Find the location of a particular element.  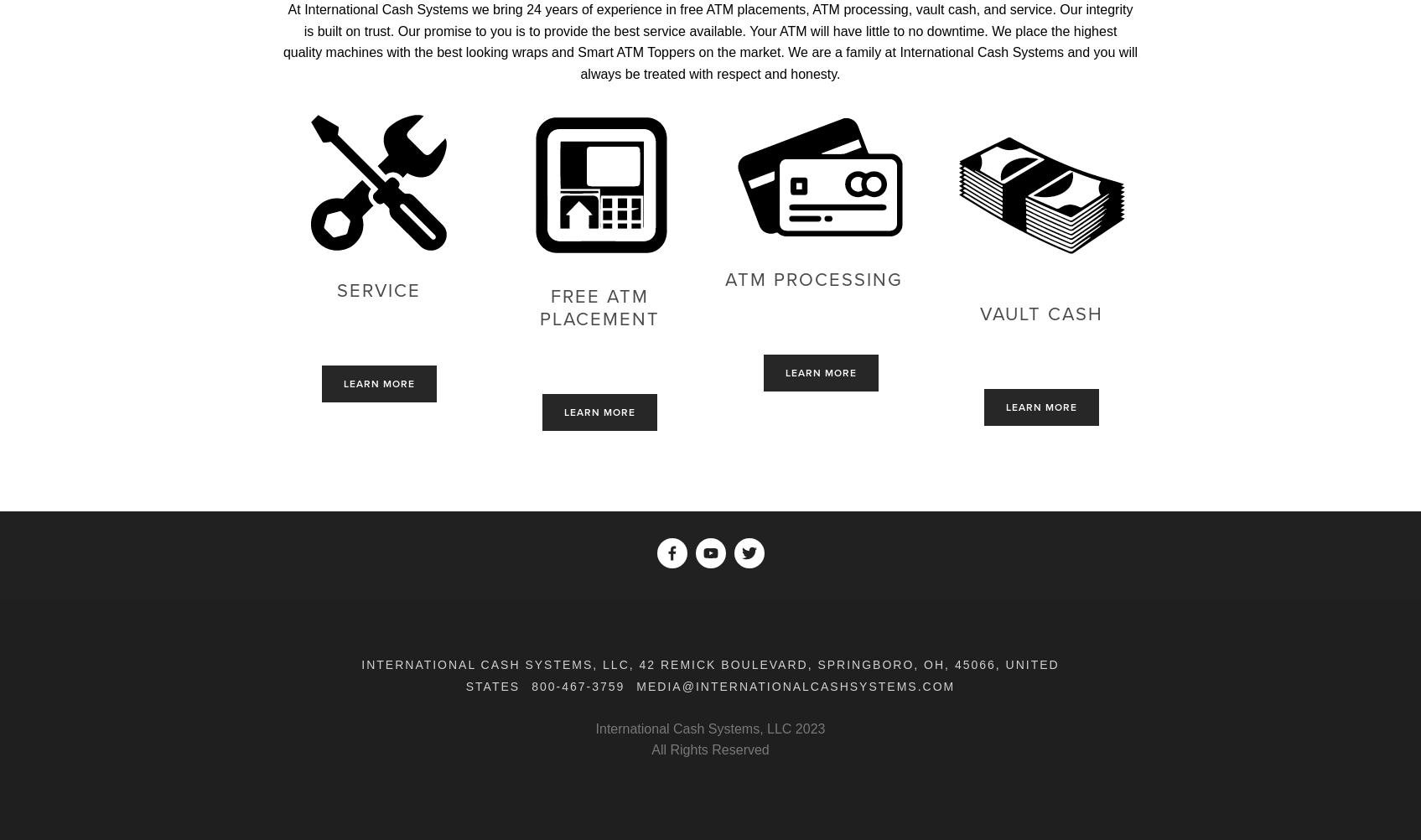

'International Cash Systems, LLC 2023' is located at coordinates (709, 728).